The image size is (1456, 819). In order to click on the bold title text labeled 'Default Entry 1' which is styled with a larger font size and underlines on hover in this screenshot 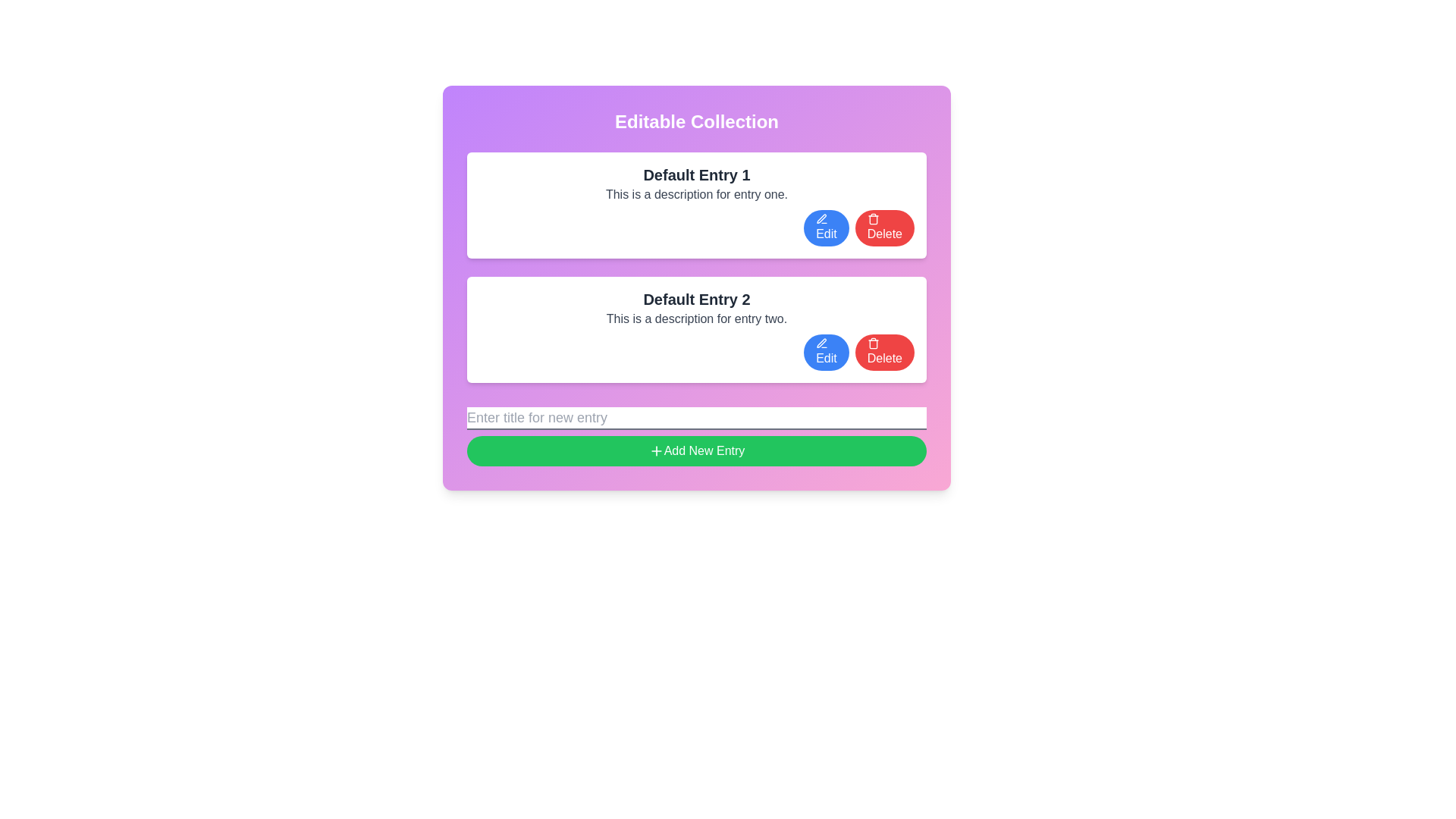, I will do `click(695, 174)`.